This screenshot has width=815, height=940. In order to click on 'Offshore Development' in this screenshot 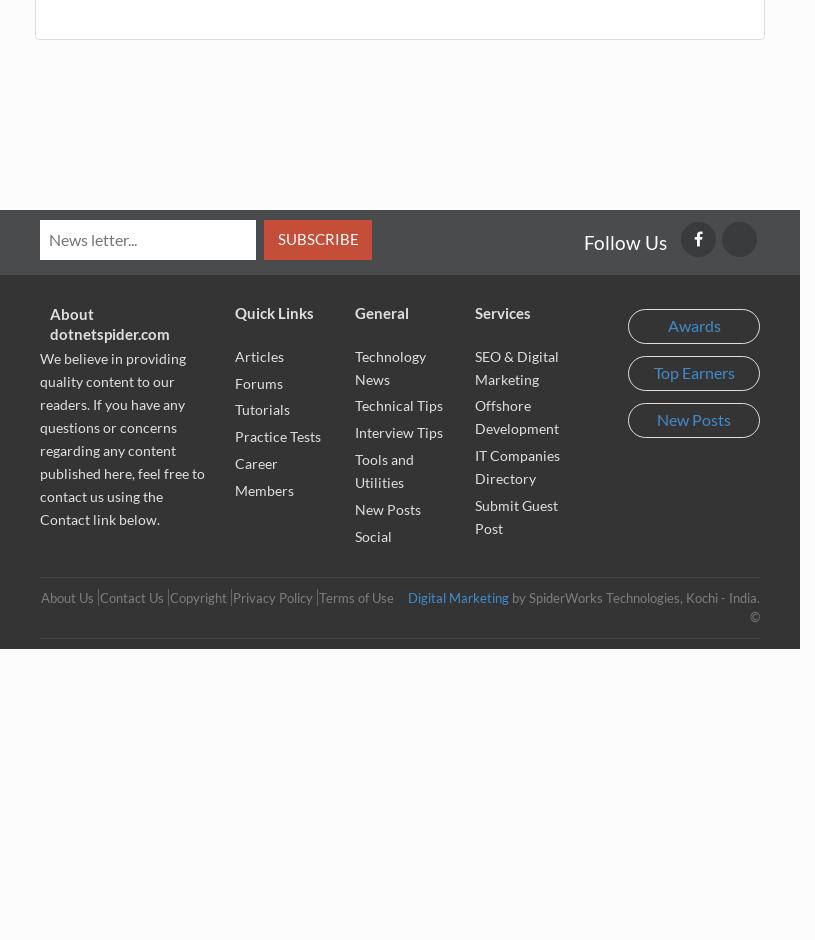, I will do `click(517, 416)`.